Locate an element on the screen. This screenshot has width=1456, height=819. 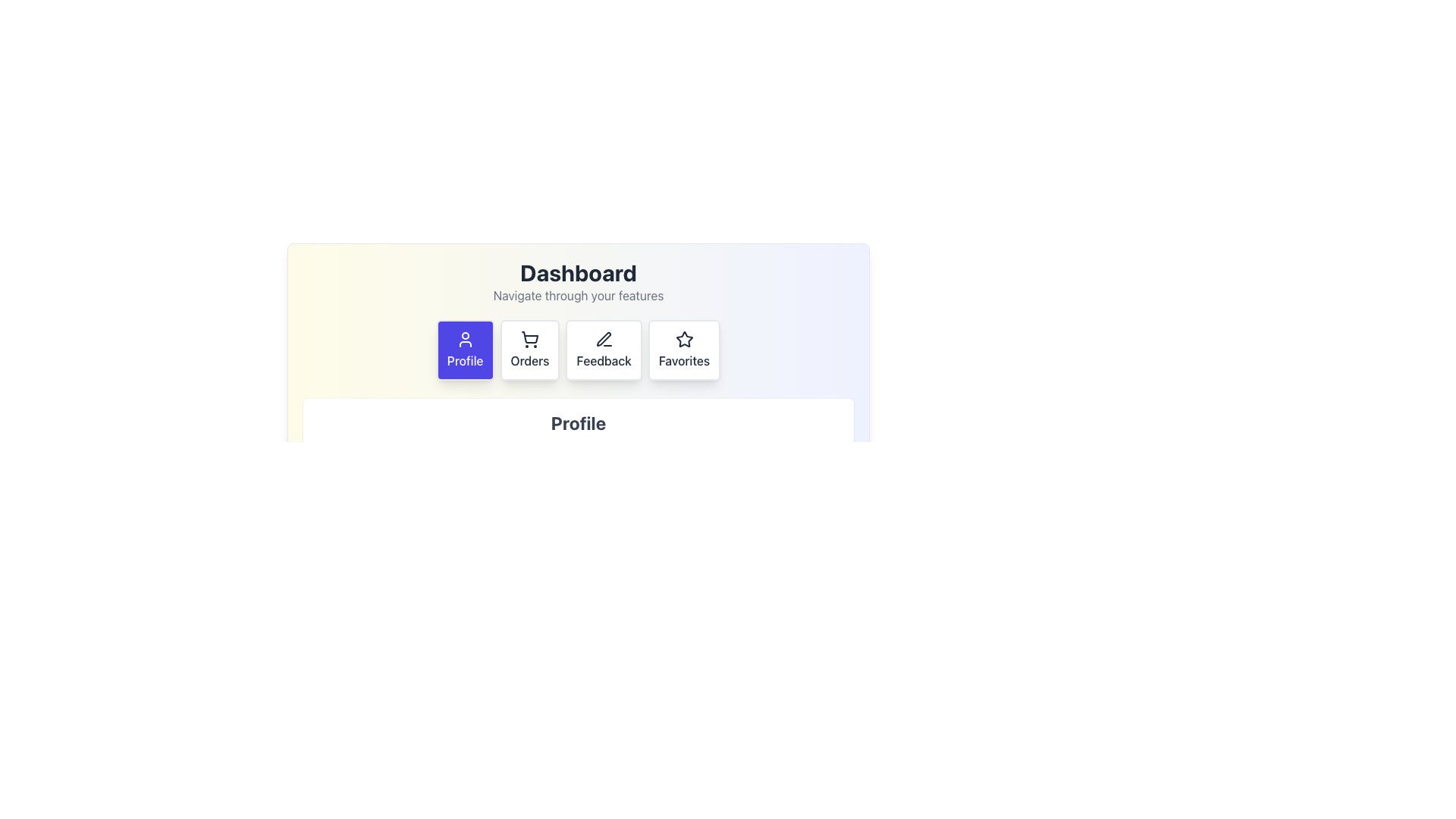
the hollow, black shopping cart icon, which is the central part of the shopping cart icon and the second button in the row of icons labeled with 'Orders' is located at coordinates (530, 337).